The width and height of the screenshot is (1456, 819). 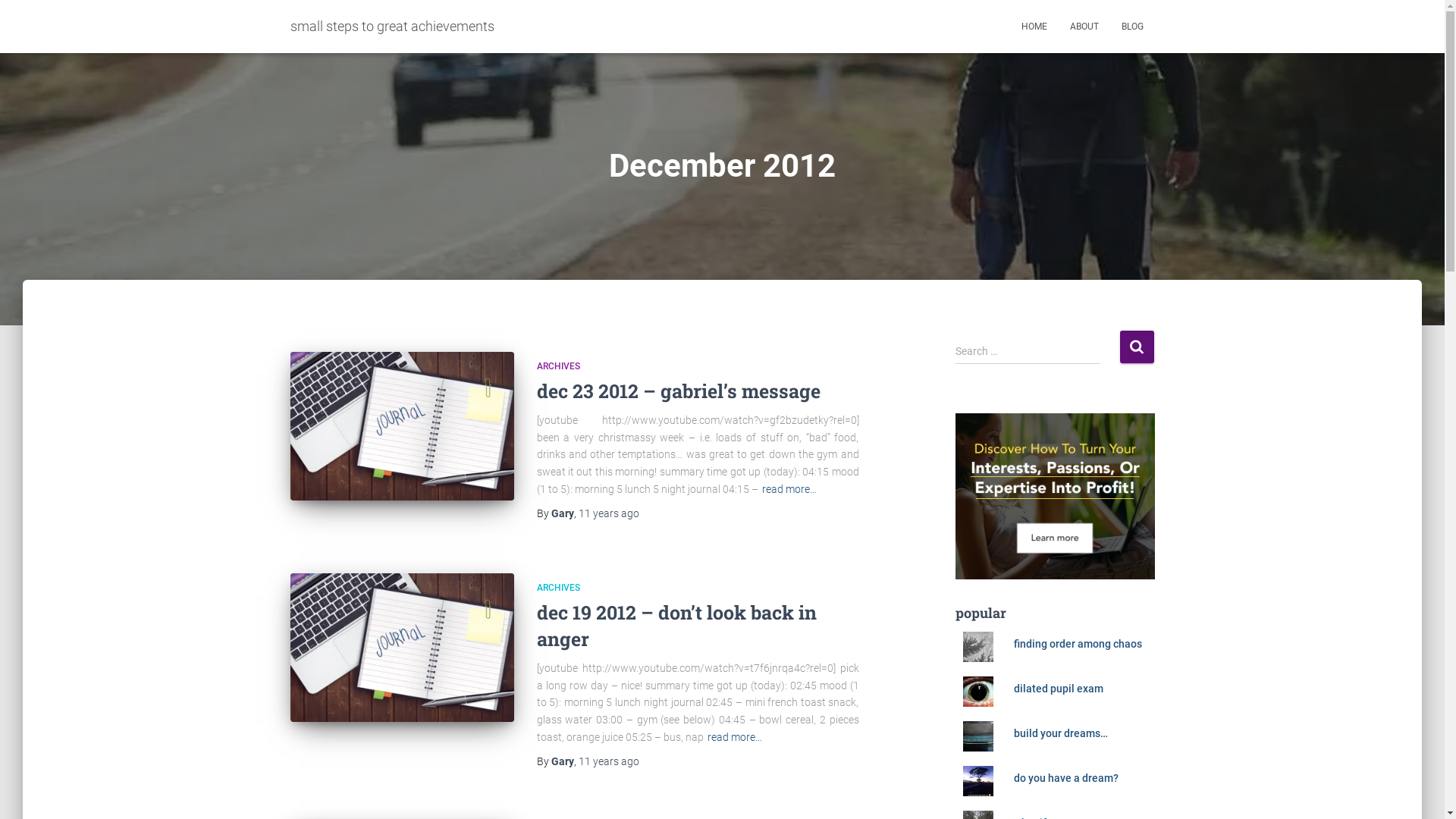 I want to click on 'finding order among chaos', so click(x=1077, y=643).